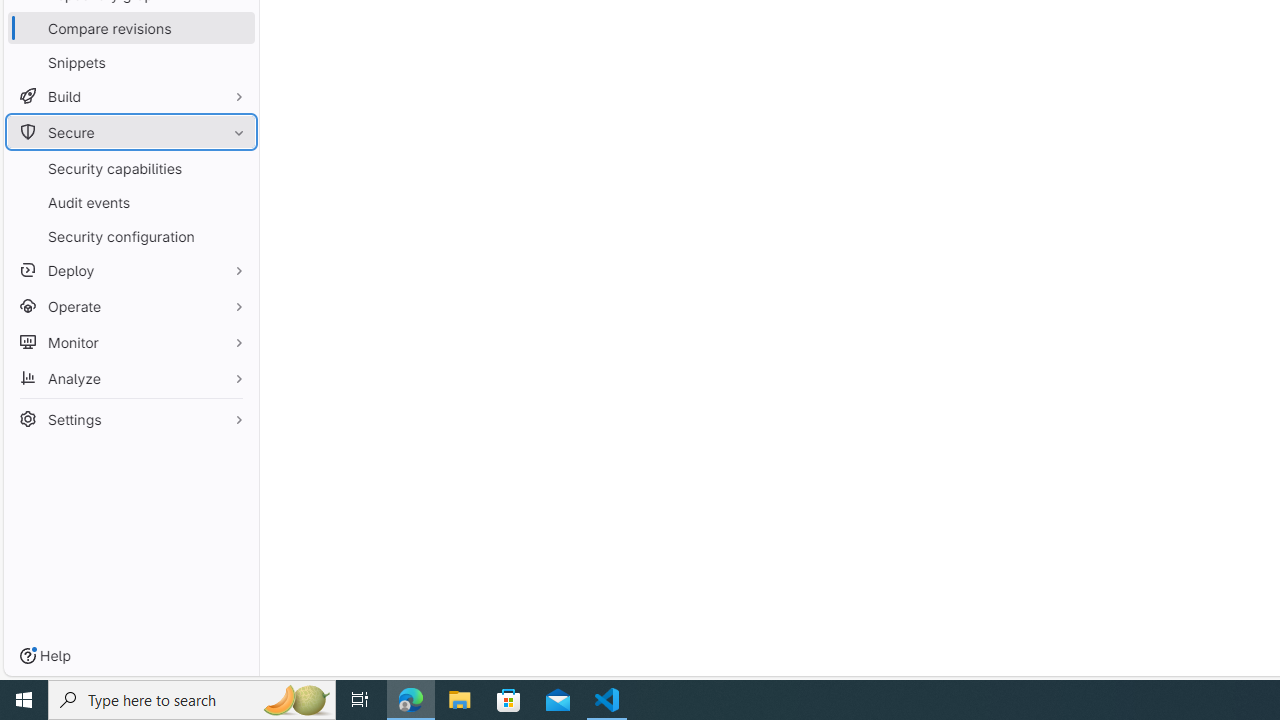  I want to click on 'Pin Security configuration', so click(234, 235).